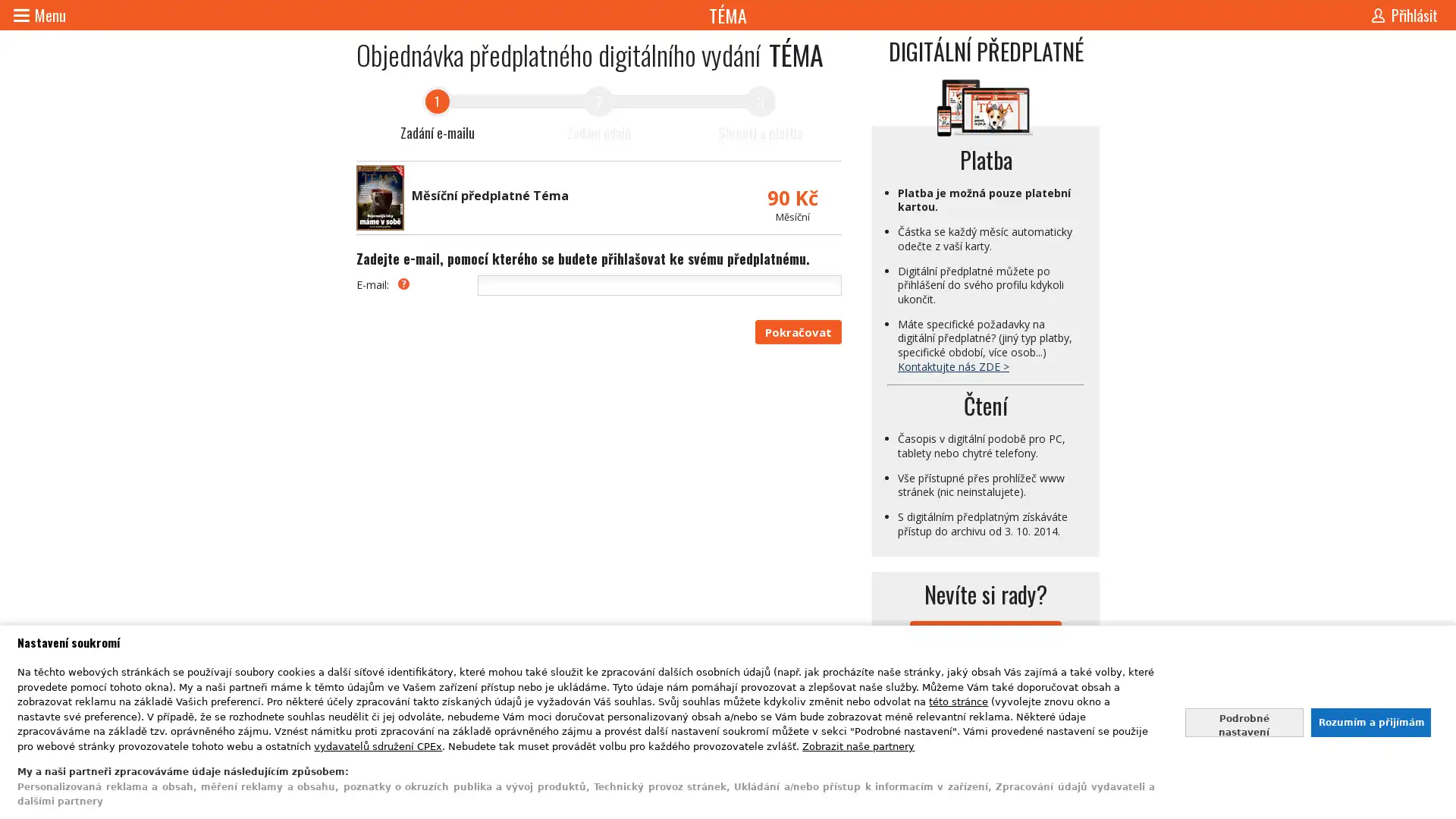 The height and width of the screenshot is (819, 1456). I want to click on Nastavte sve souhlasy, so click(1244, 721).